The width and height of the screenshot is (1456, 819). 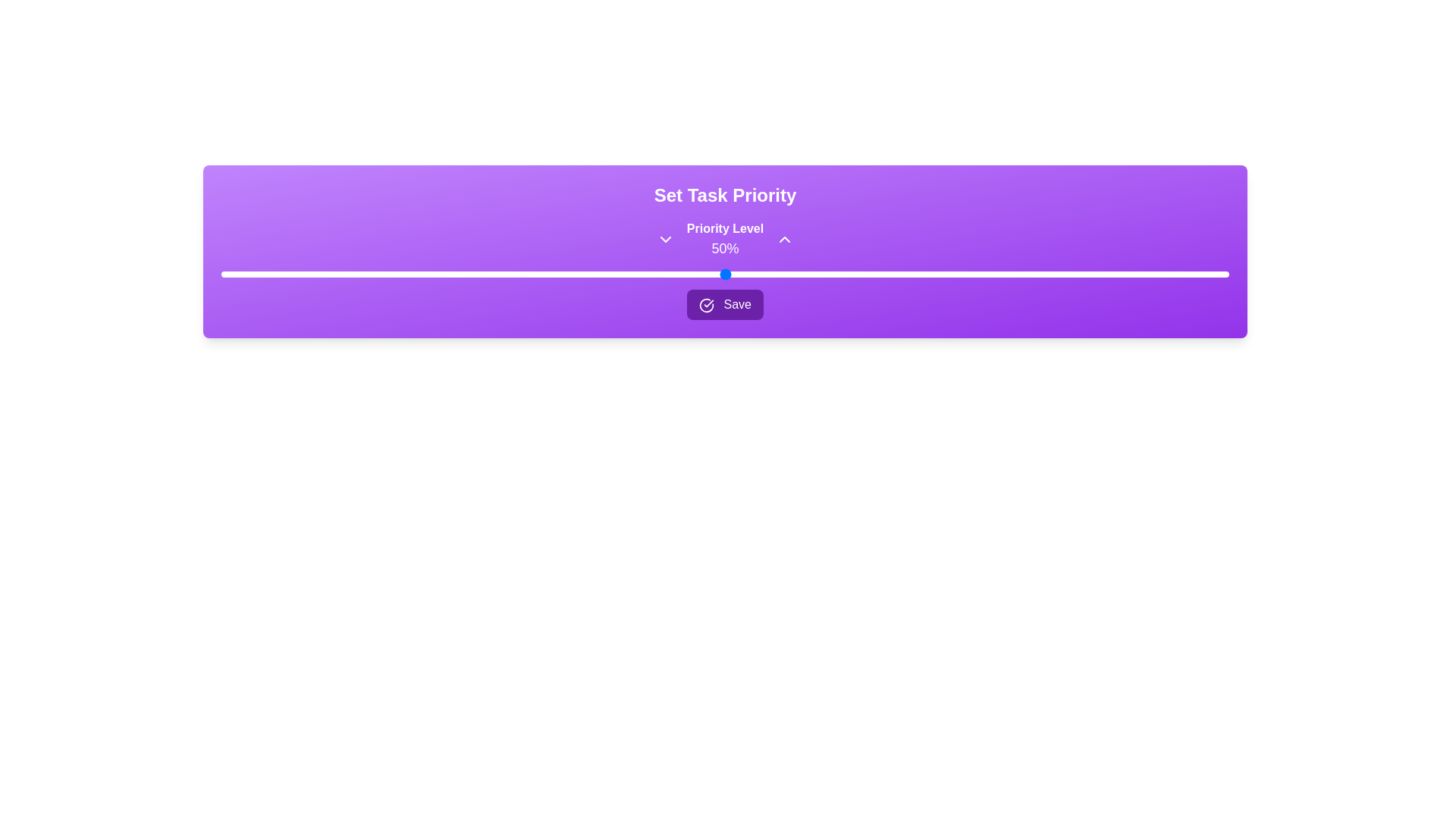 I want to click on the chevron icon button, so click(x=665, y=239).